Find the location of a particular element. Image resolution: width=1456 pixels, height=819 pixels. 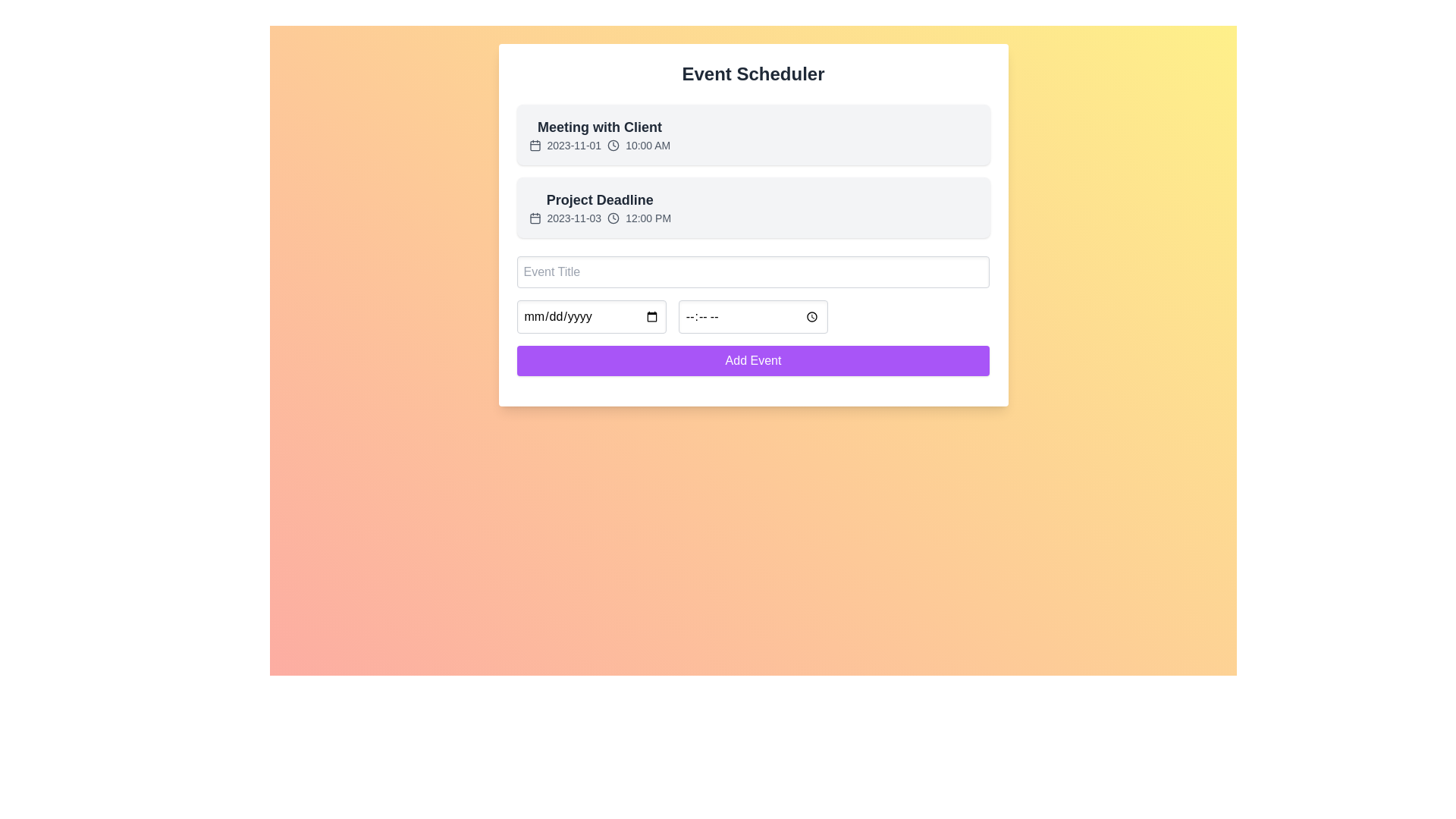

the icon representing the time associated with the event, located in the second row to the immediate left of the time text '12:00 PM' is located at coordinates (613, 218).